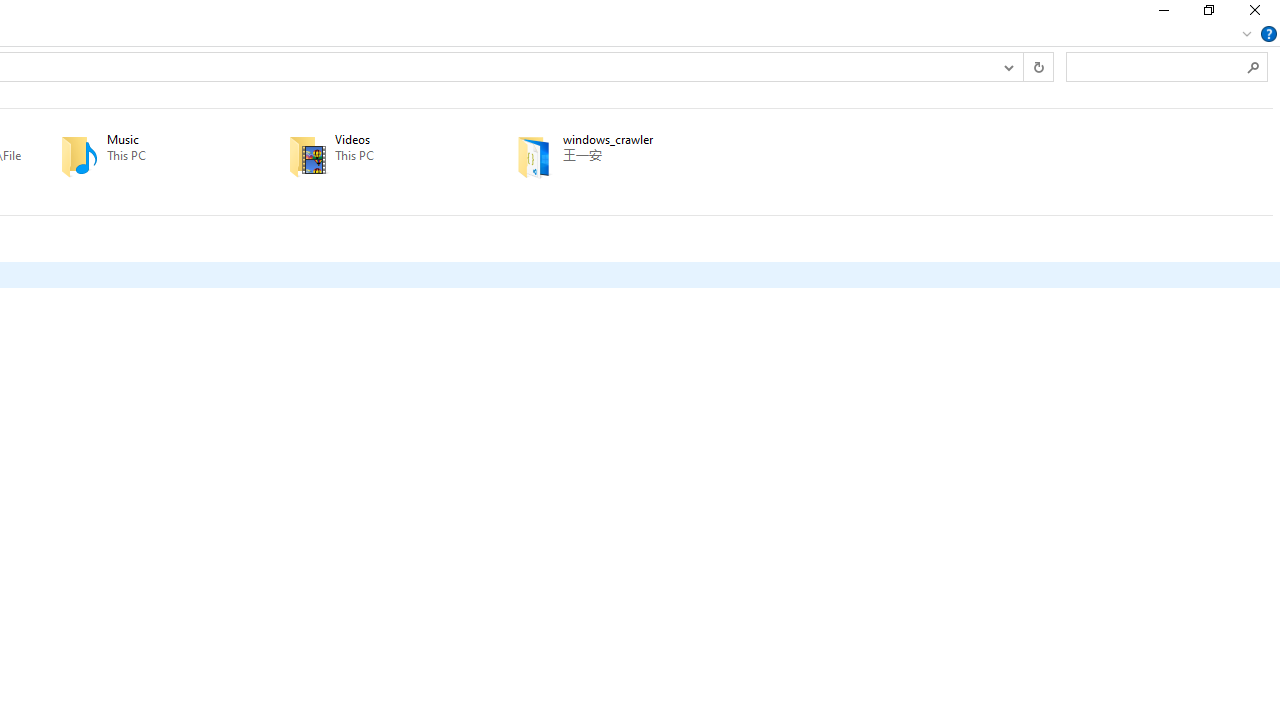 The height and width of the screenshot is (720, 1280). Describe the element at coordinates (1252, 65) in the screenshot. I see `'Search'` at that location.